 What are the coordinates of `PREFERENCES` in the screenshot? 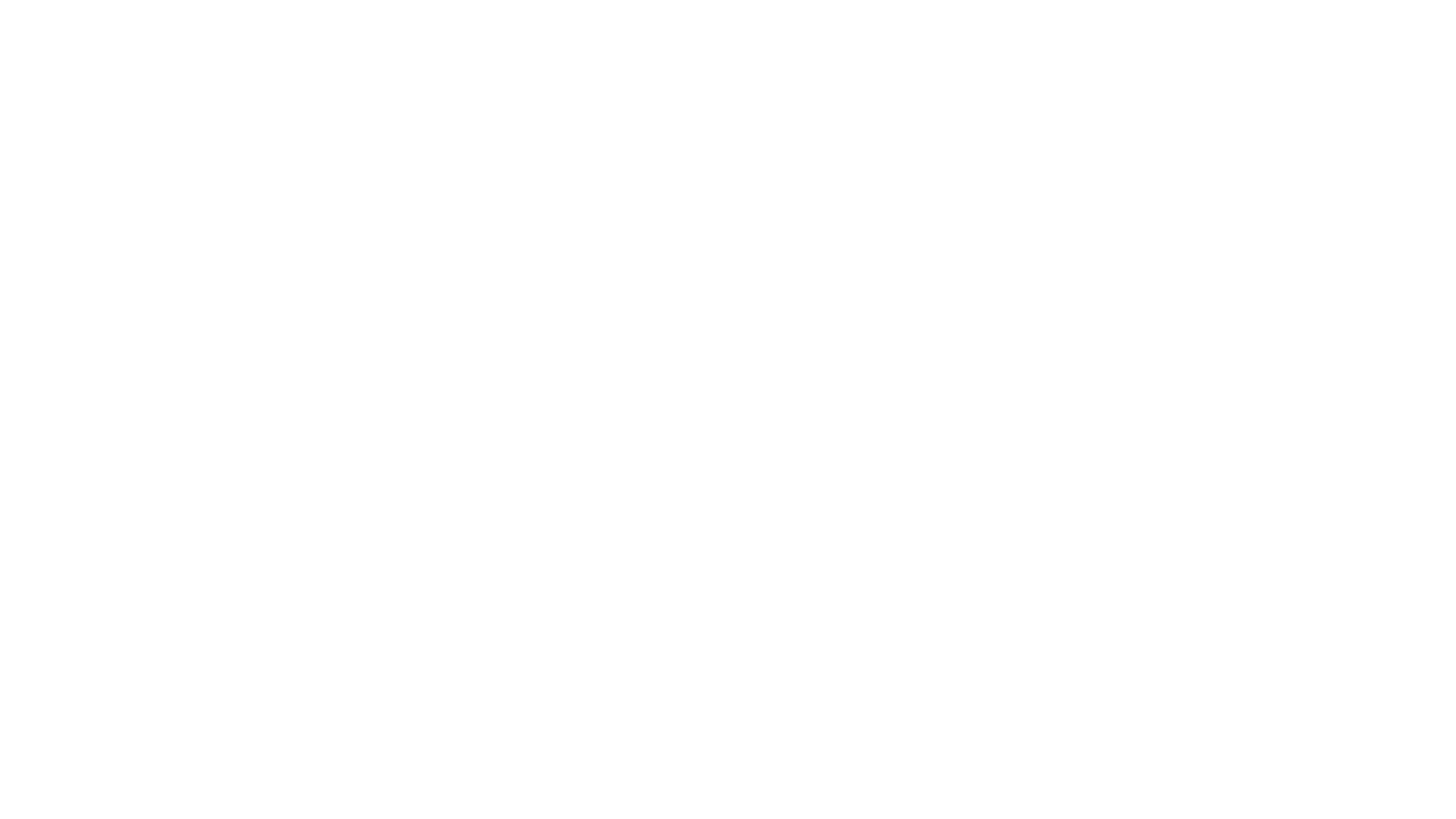 It's located at (726, 551).